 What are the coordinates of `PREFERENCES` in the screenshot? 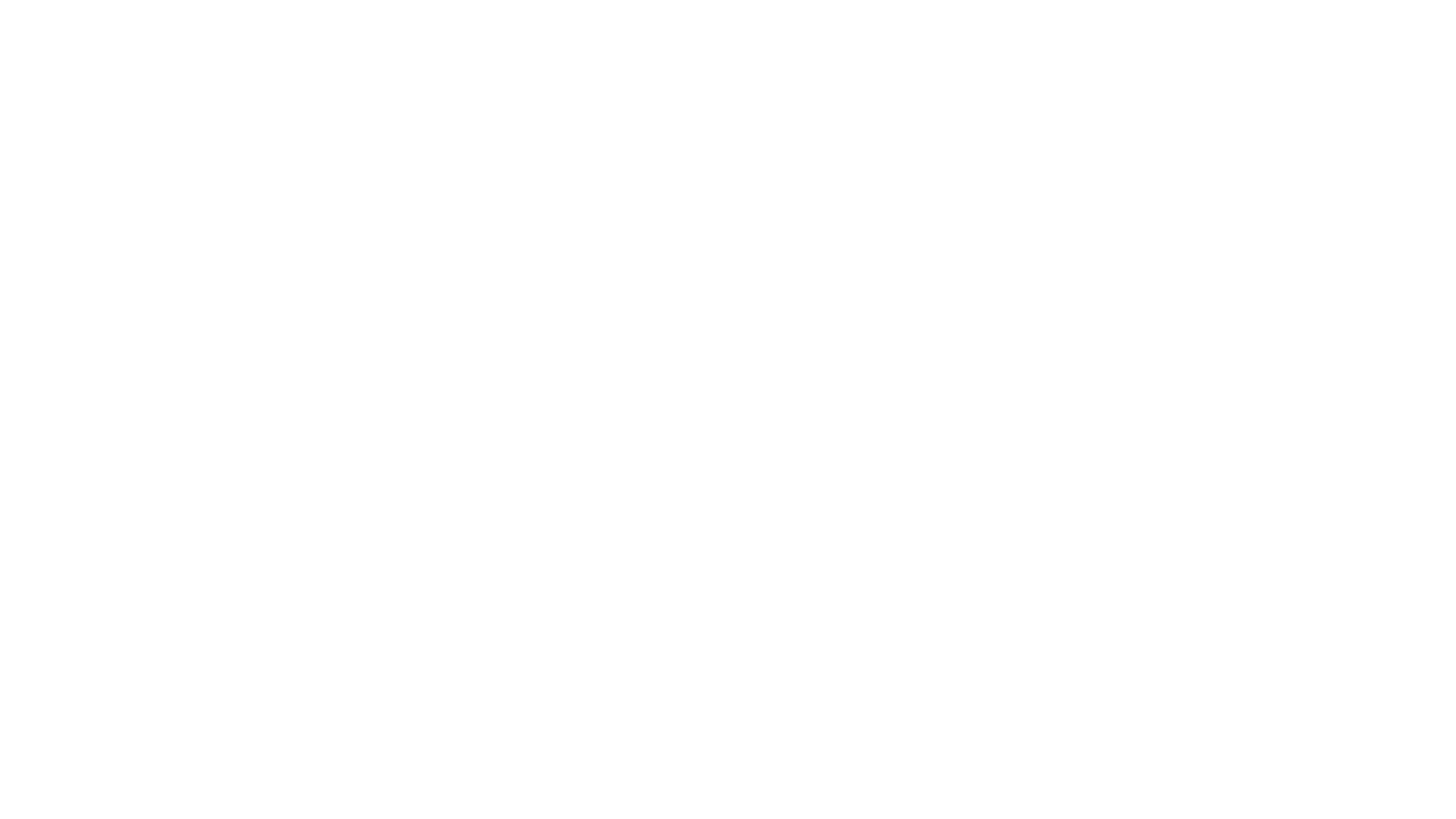 It's located at (726, 551).